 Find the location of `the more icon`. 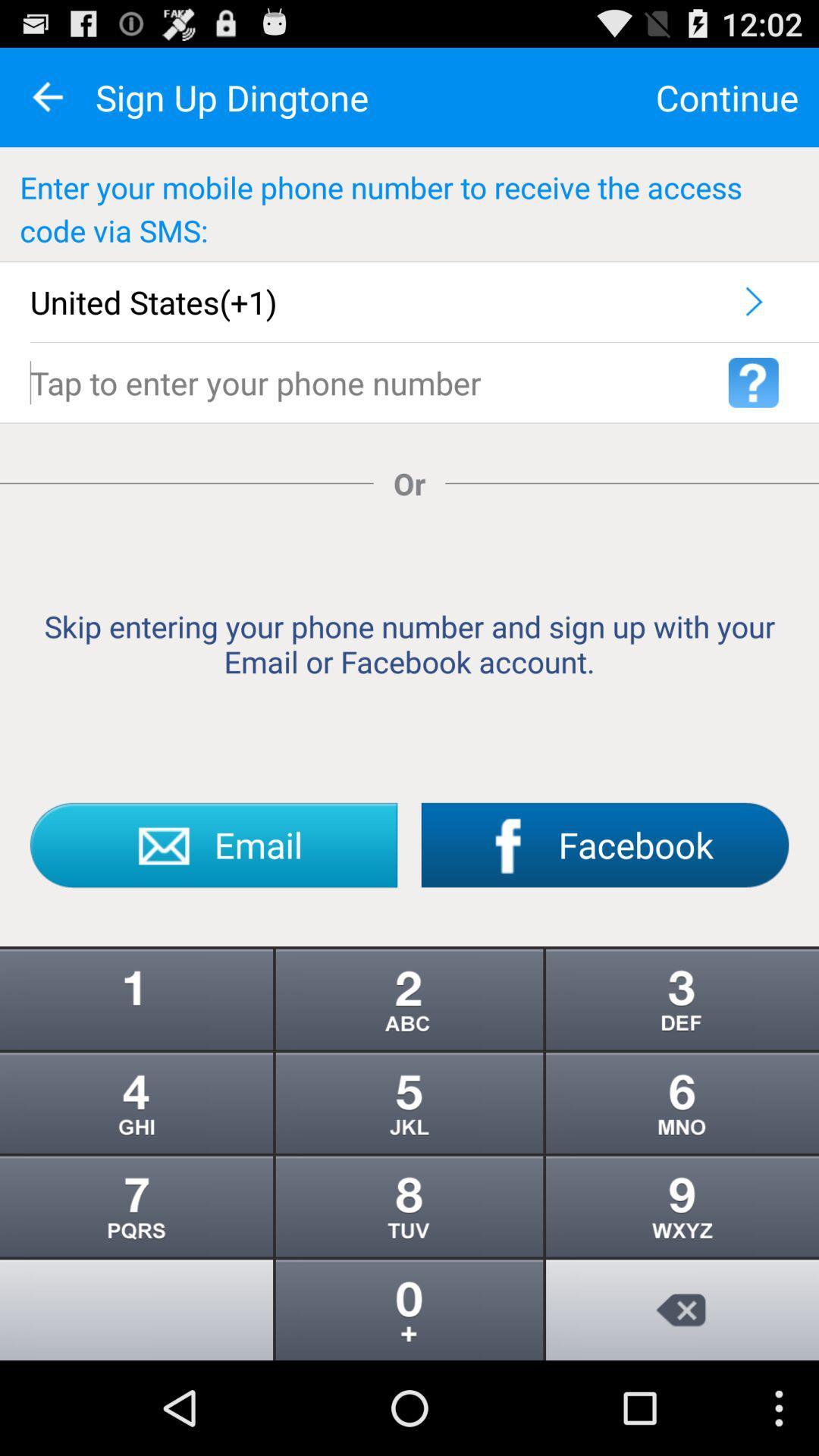

the more icon is located at coordinates (409, 1290).